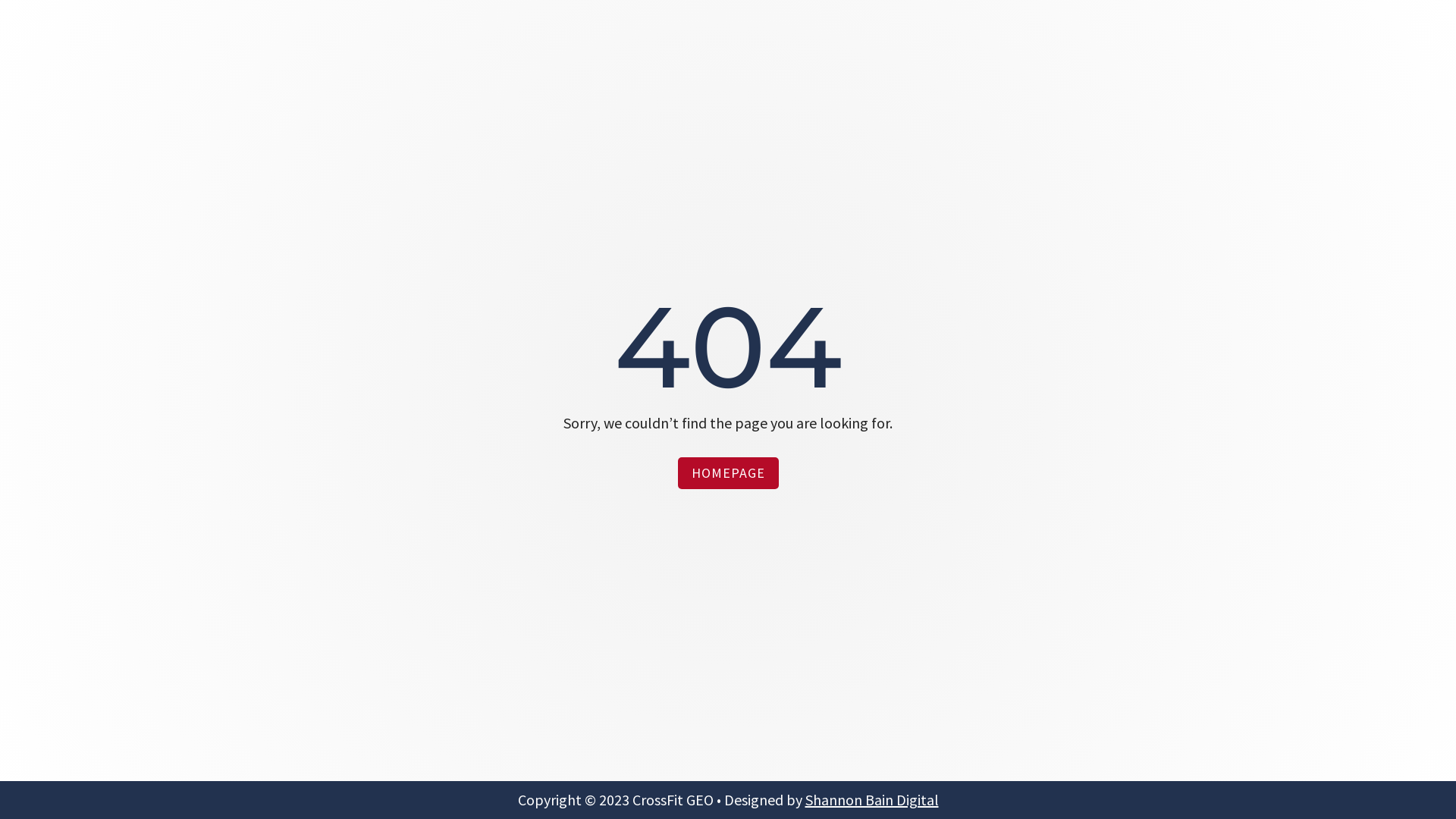 Image resolution: width=1456 pixels, height=819 pixels. Describe the element at coordinates (676, 472) in the screenshot. I see `'HOMEPAGE'` at that location.